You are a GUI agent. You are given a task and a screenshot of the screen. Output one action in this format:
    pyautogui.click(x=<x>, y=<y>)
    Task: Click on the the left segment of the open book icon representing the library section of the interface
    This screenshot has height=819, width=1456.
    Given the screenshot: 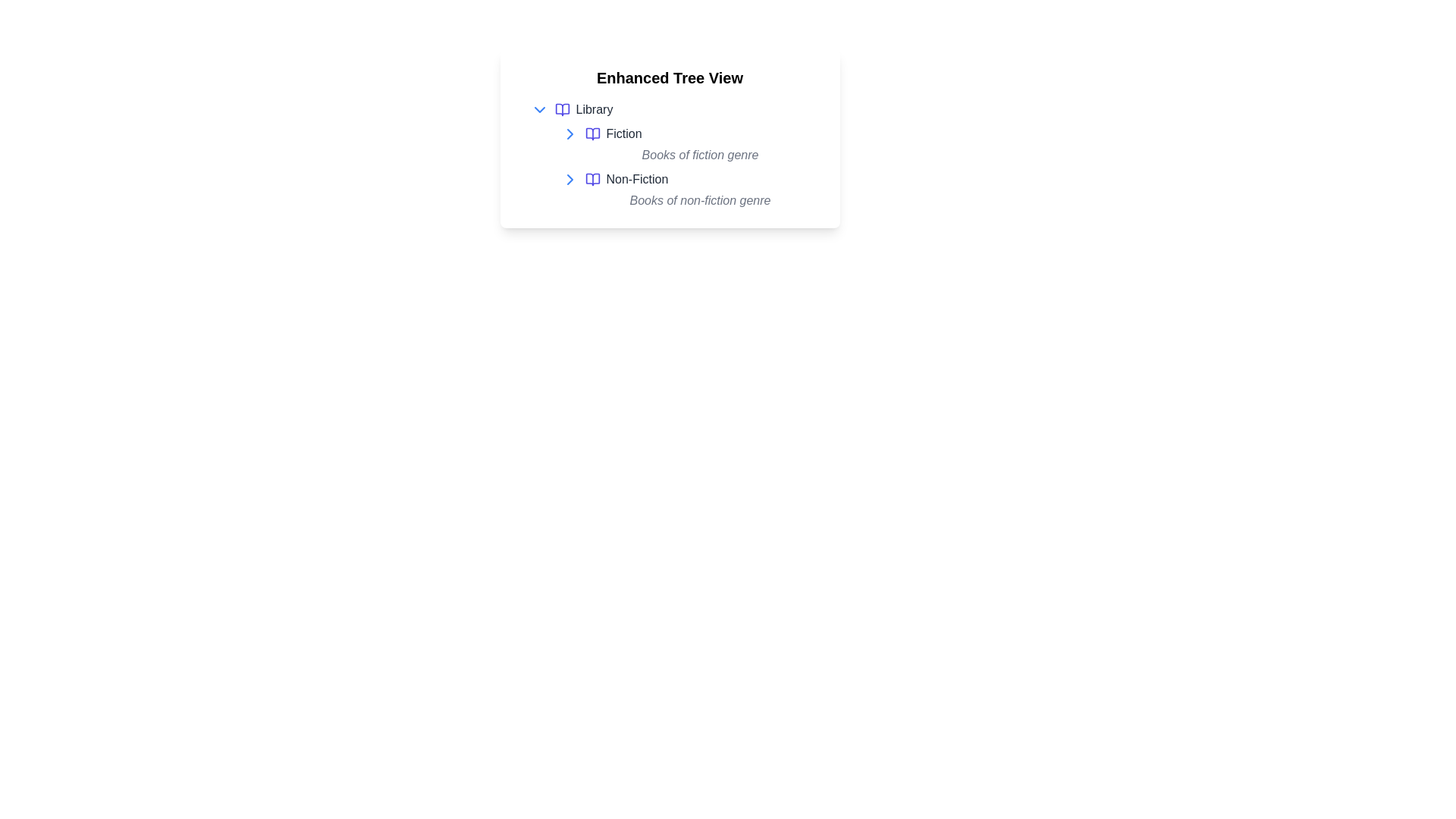 What is the action you would take?
    pyautogui.click(x=561, y=109)
    